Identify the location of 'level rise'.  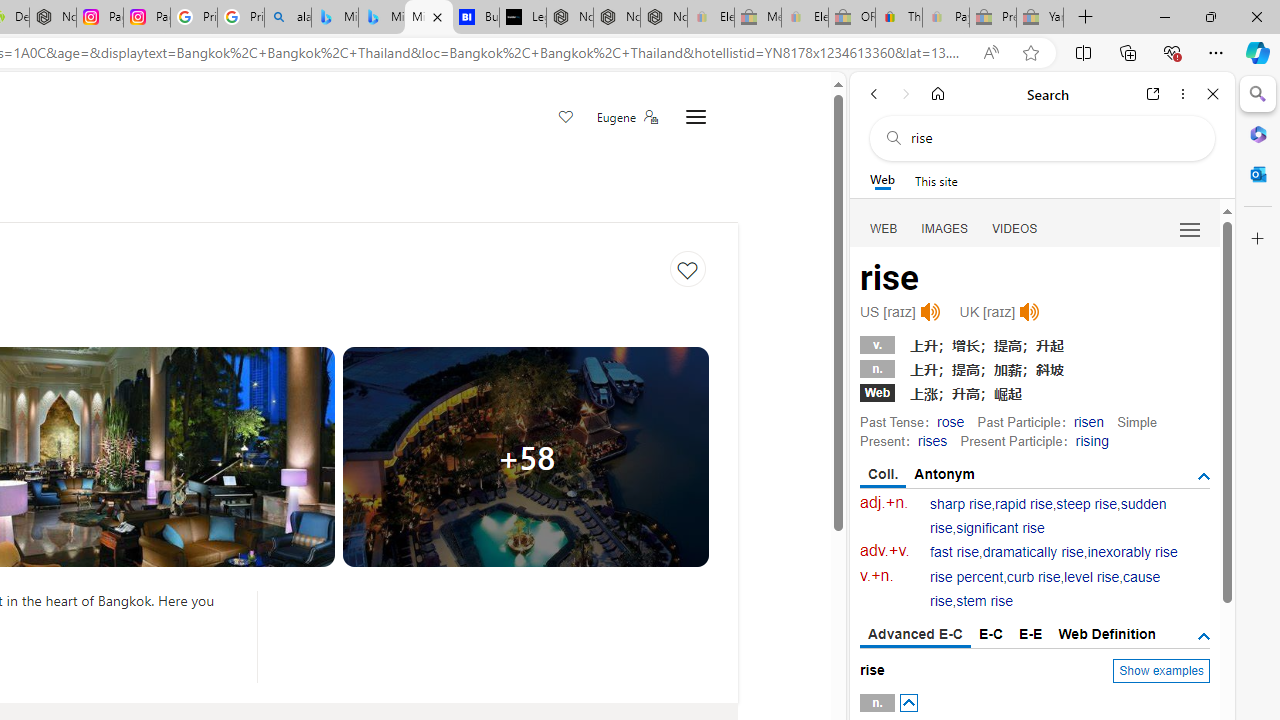
(1090, 577).